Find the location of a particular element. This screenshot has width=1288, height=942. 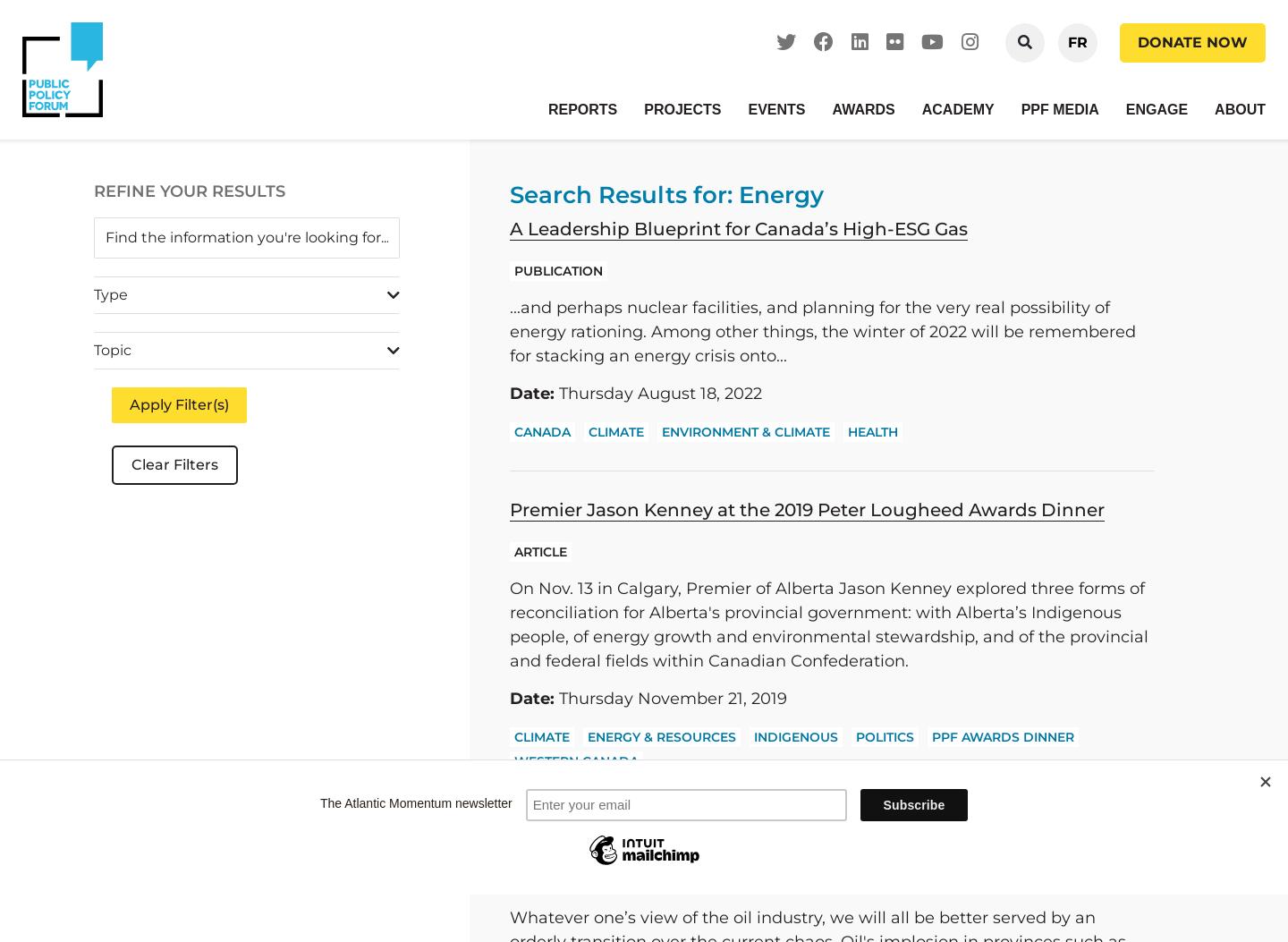

'Projects' is located at coordinates (682, 108).